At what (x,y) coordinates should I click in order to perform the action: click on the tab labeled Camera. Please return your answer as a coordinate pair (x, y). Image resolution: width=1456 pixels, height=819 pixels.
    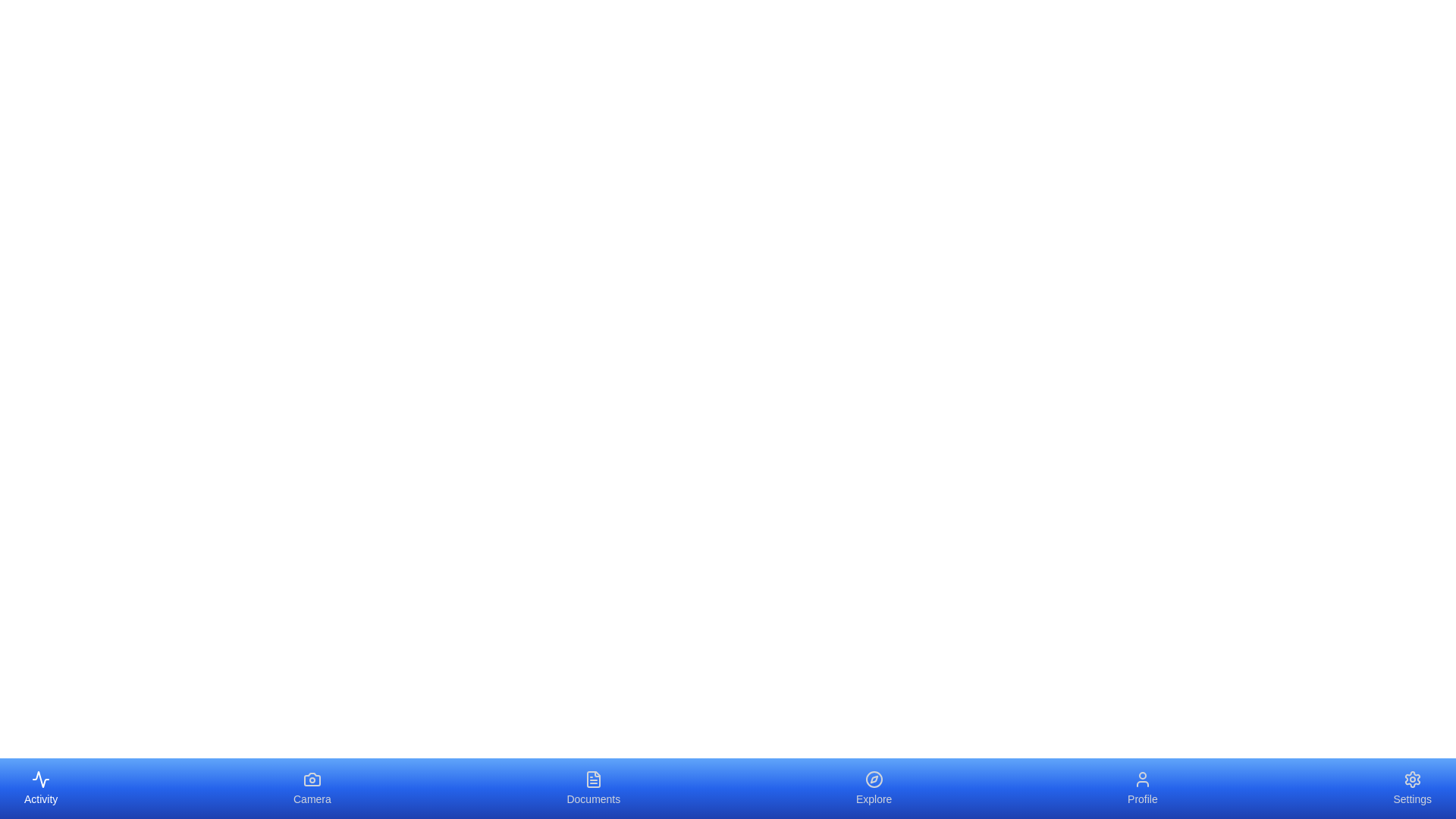
    Looking at the image, I should click on (311, 788).